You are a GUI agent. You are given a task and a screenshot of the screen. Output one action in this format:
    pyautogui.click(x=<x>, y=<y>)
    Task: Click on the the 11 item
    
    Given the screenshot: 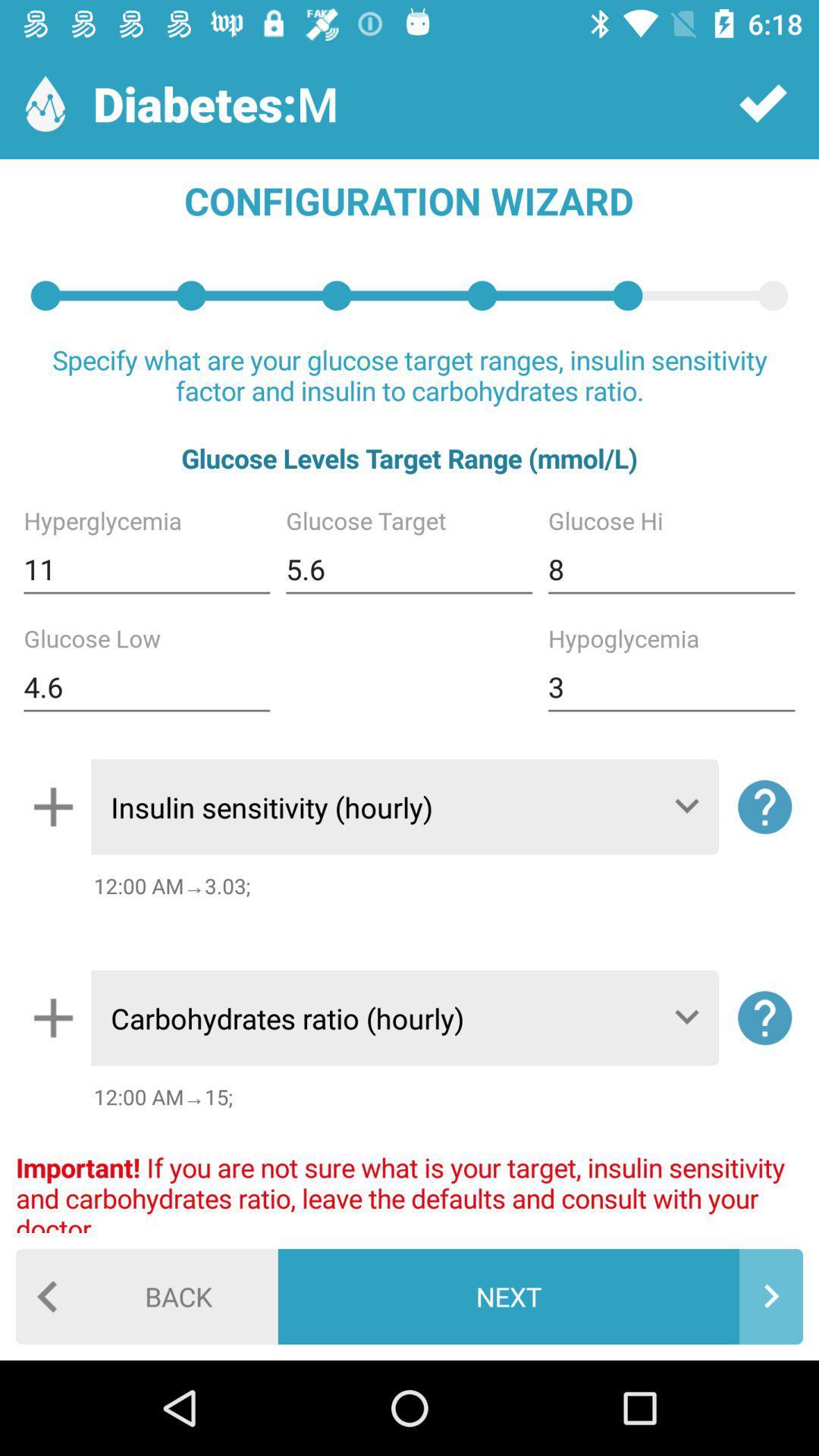 What is the action you would take?
    pyautogui.click(x=146, y=569)
    